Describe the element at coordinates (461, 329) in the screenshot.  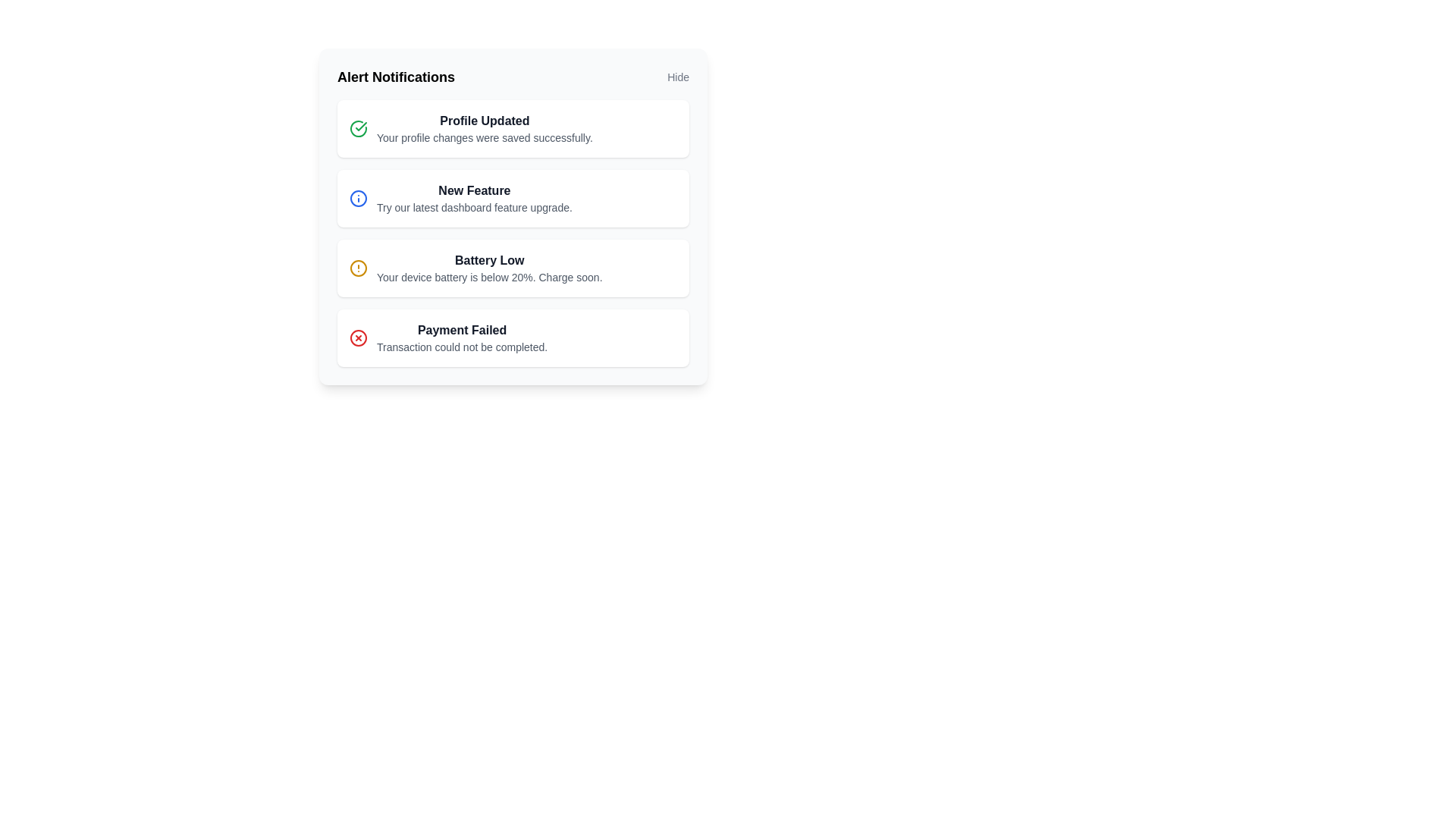
I see `the bold text label reading 'Payment Failed', which is positioned as the header text of the last notification in a vertical list of notifications` at that location.